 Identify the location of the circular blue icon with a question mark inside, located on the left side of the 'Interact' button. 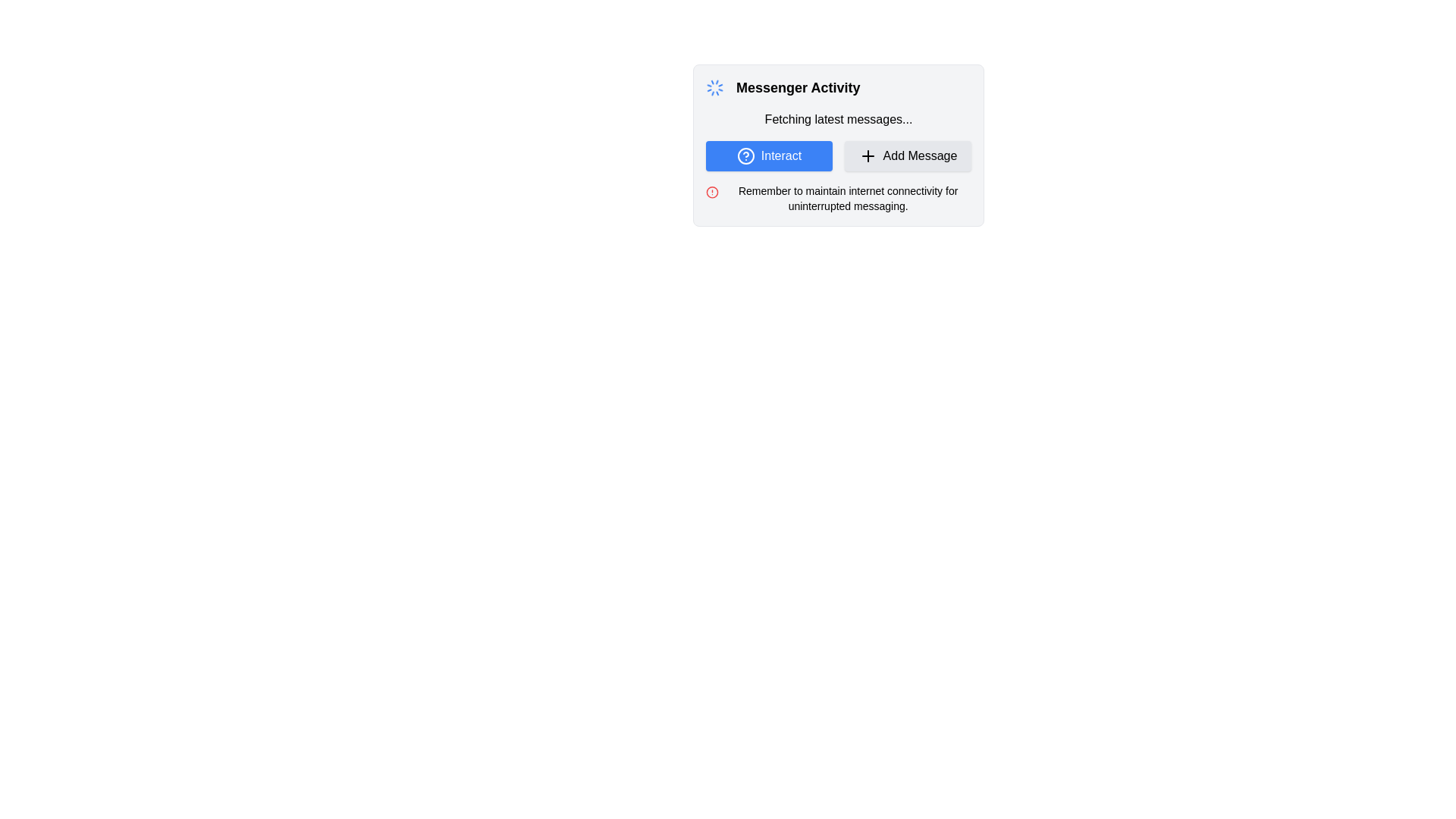
(745, 155).